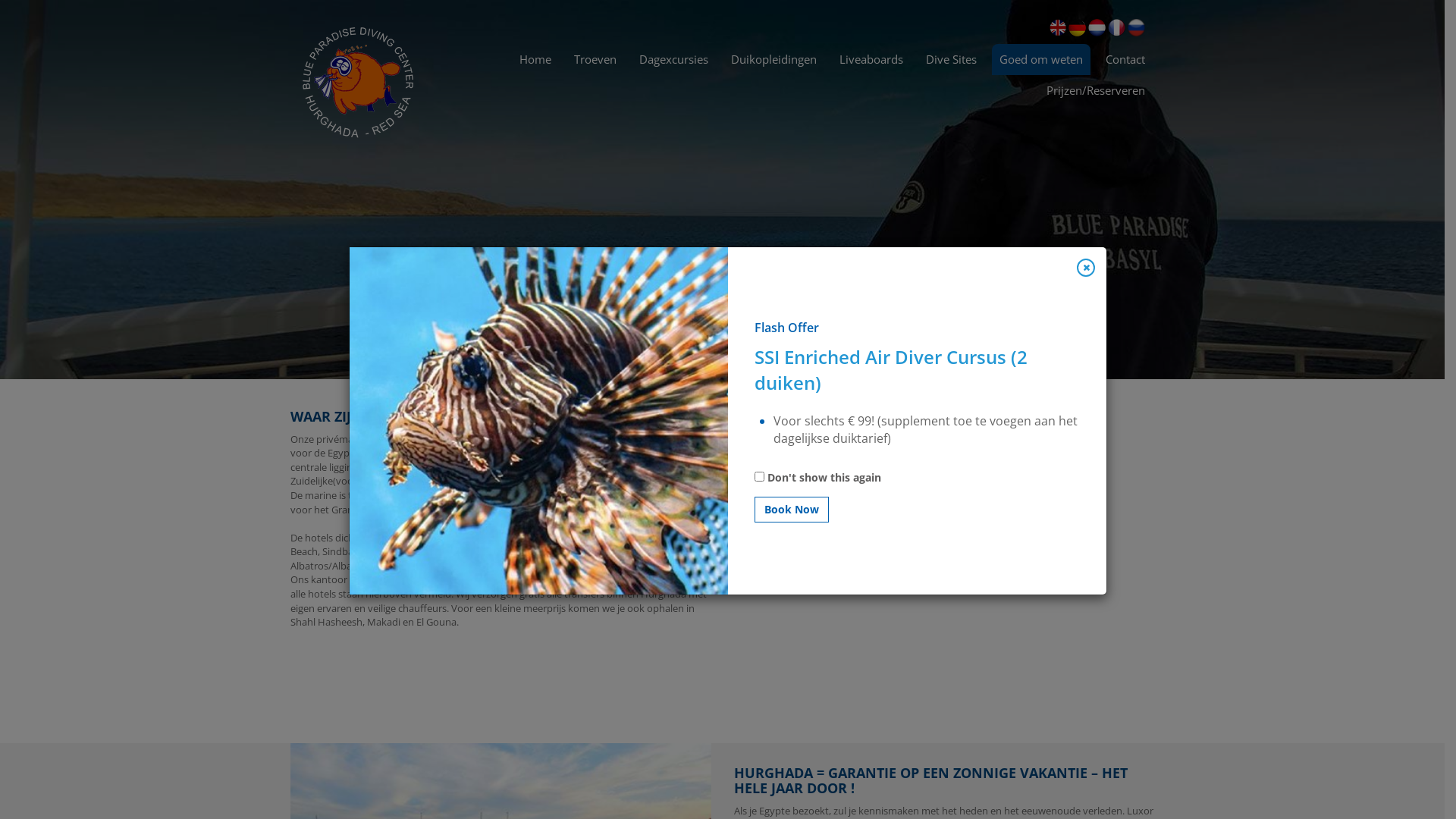 Image resolution: width=1456 pixels, height=819 pixels. What do you see at coordinates (1095, 90) in the screenshot?
I see `'Prijzen/Reserveren'` at bounding box center [1095, 90].